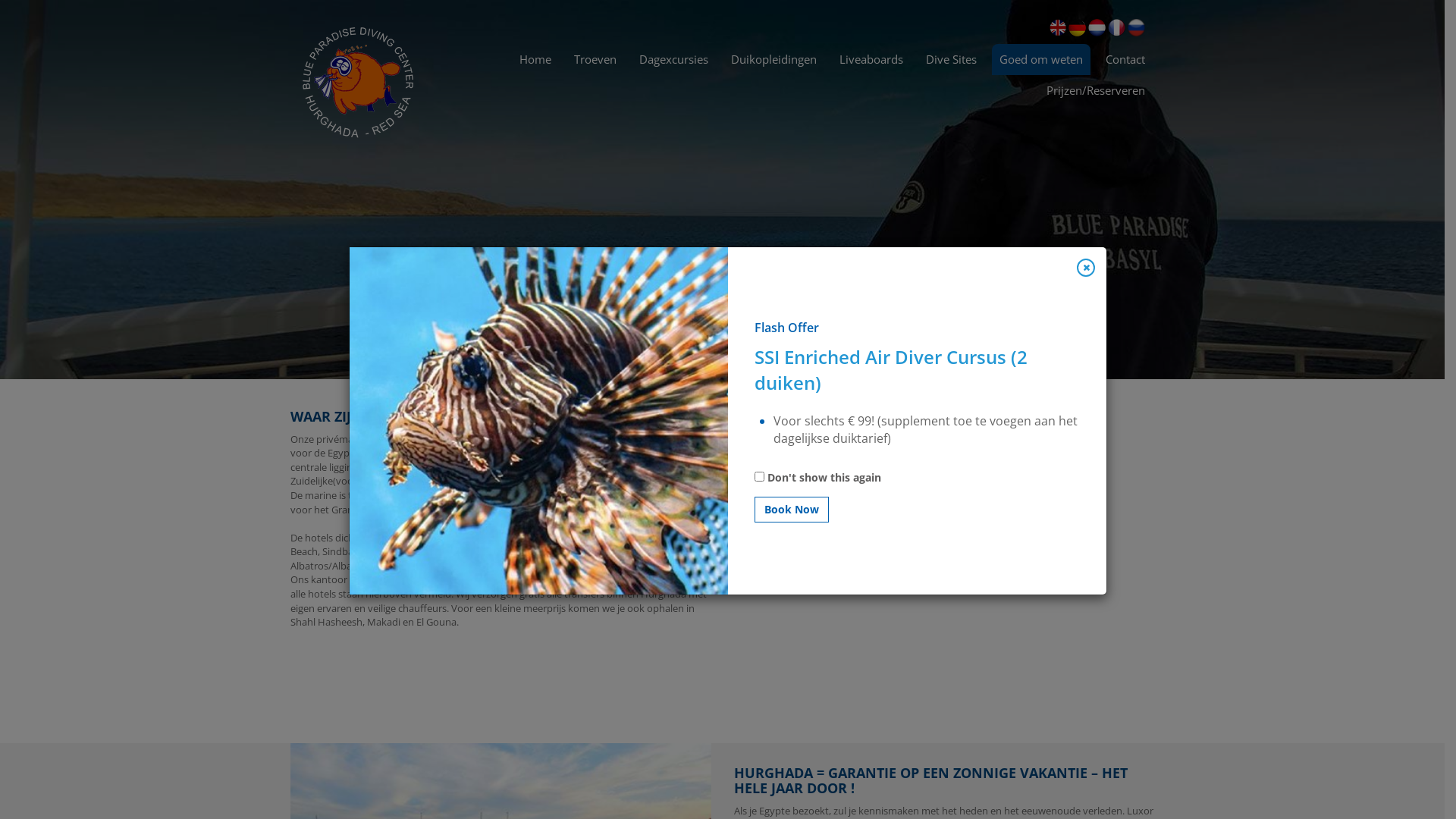 Image resolution: width=1456 pixels, height=819 pixels. What do you see at coordinates (1095, 90) in the screenshot?
I see `'Prijzen/Reserveren'` at bounding box center [1095, 90].